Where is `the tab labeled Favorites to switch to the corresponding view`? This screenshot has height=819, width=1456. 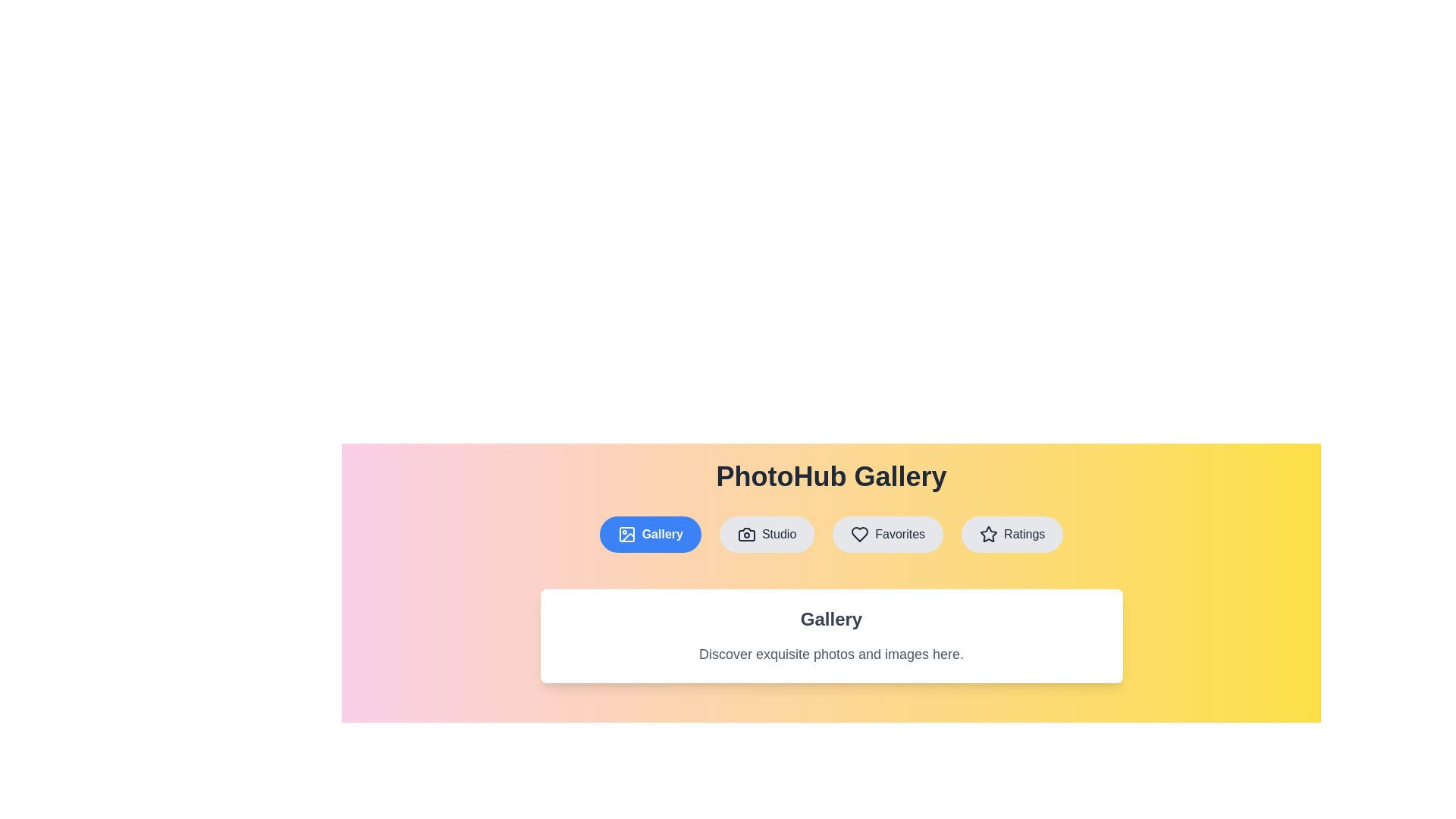
the tab labeled Favorites to switch to the corresponding view is located at coordinates (888, 534).